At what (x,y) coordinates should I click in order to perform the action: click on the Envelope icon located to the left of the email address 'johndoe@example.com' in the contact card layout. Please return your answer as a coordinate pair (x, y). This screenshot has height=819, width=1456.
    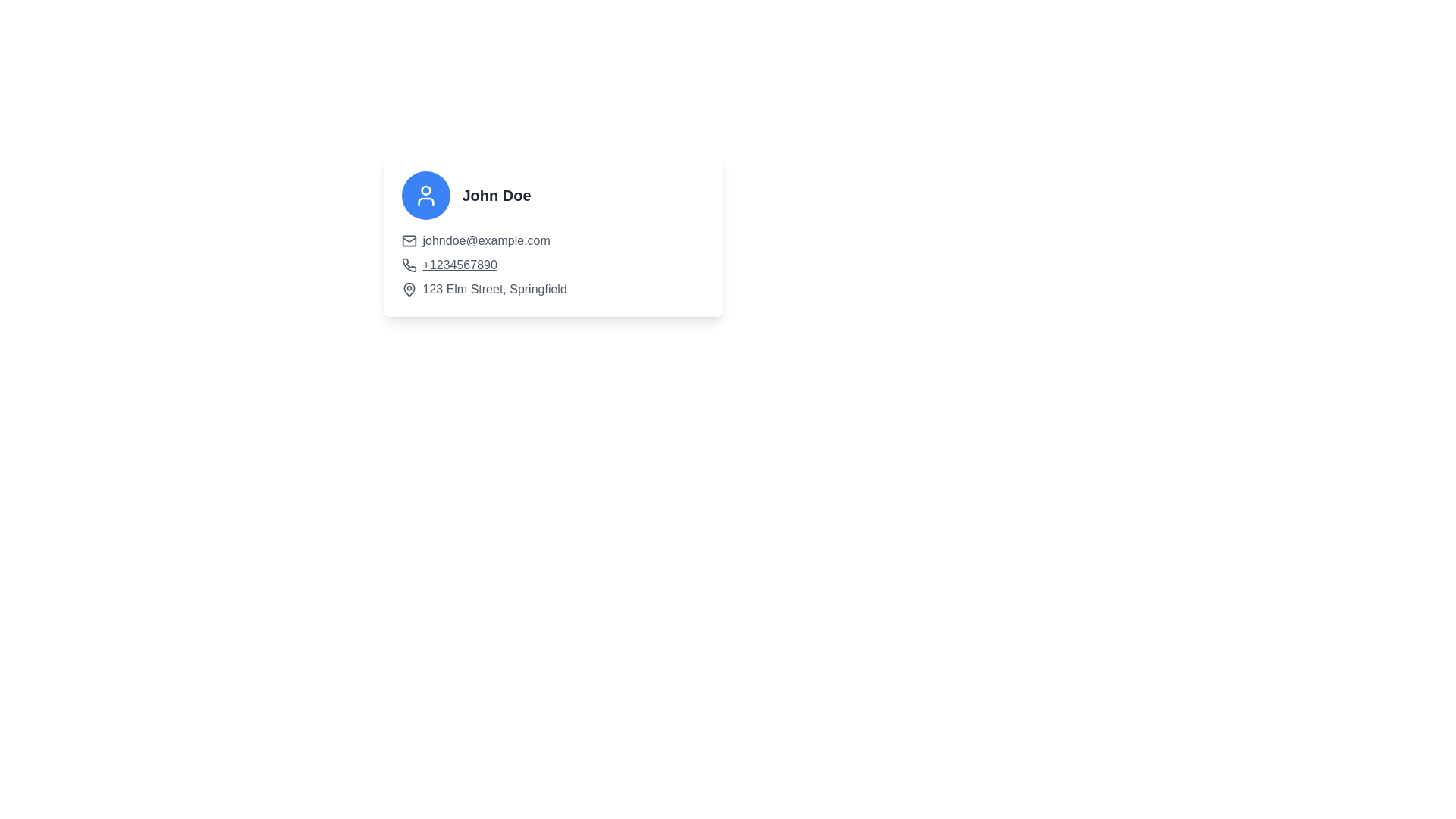
    Looking at the image, I should click on (409, 240).